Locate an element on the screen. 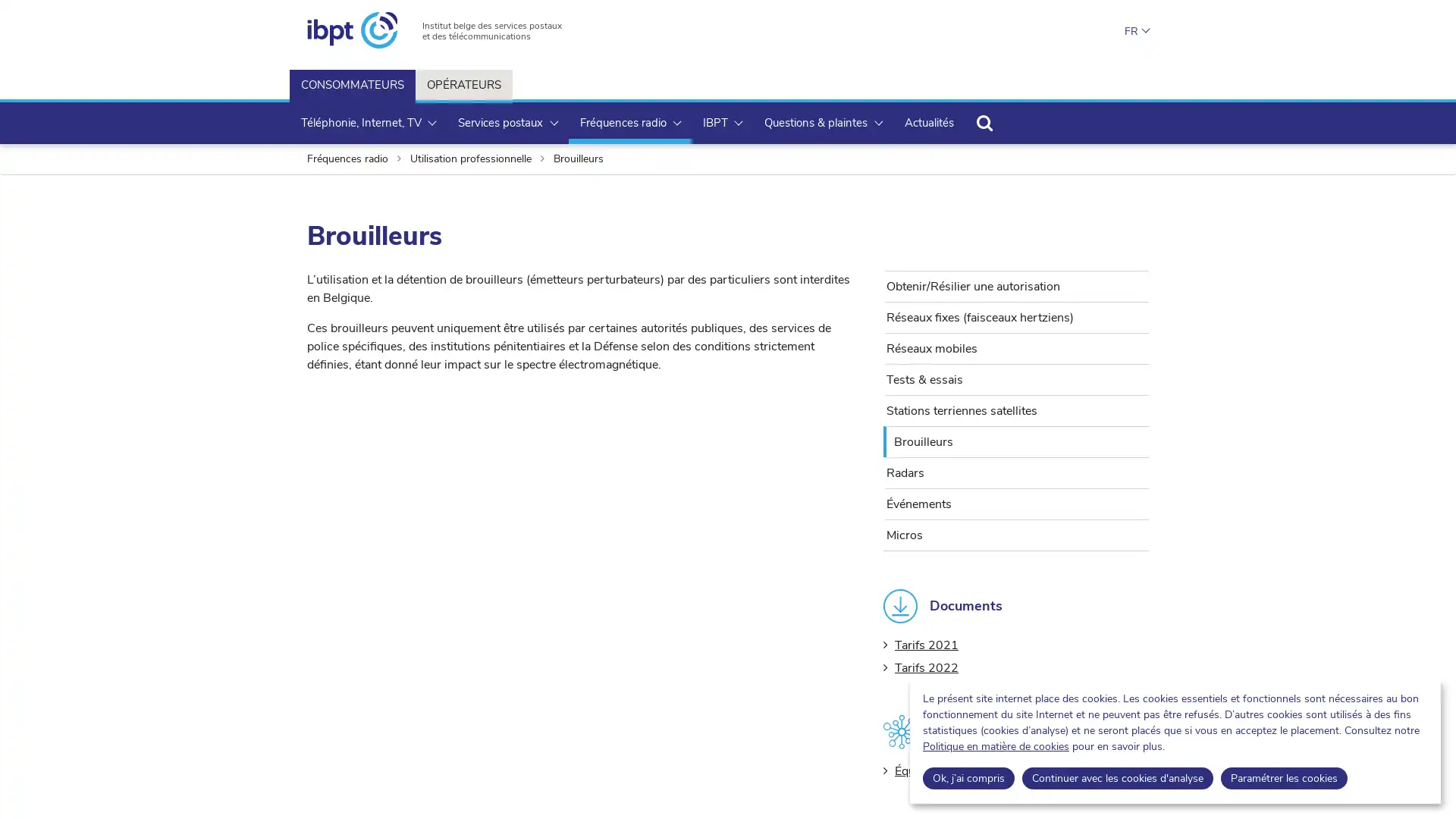  Ok, jai compris is located at coordinates (967, 778).